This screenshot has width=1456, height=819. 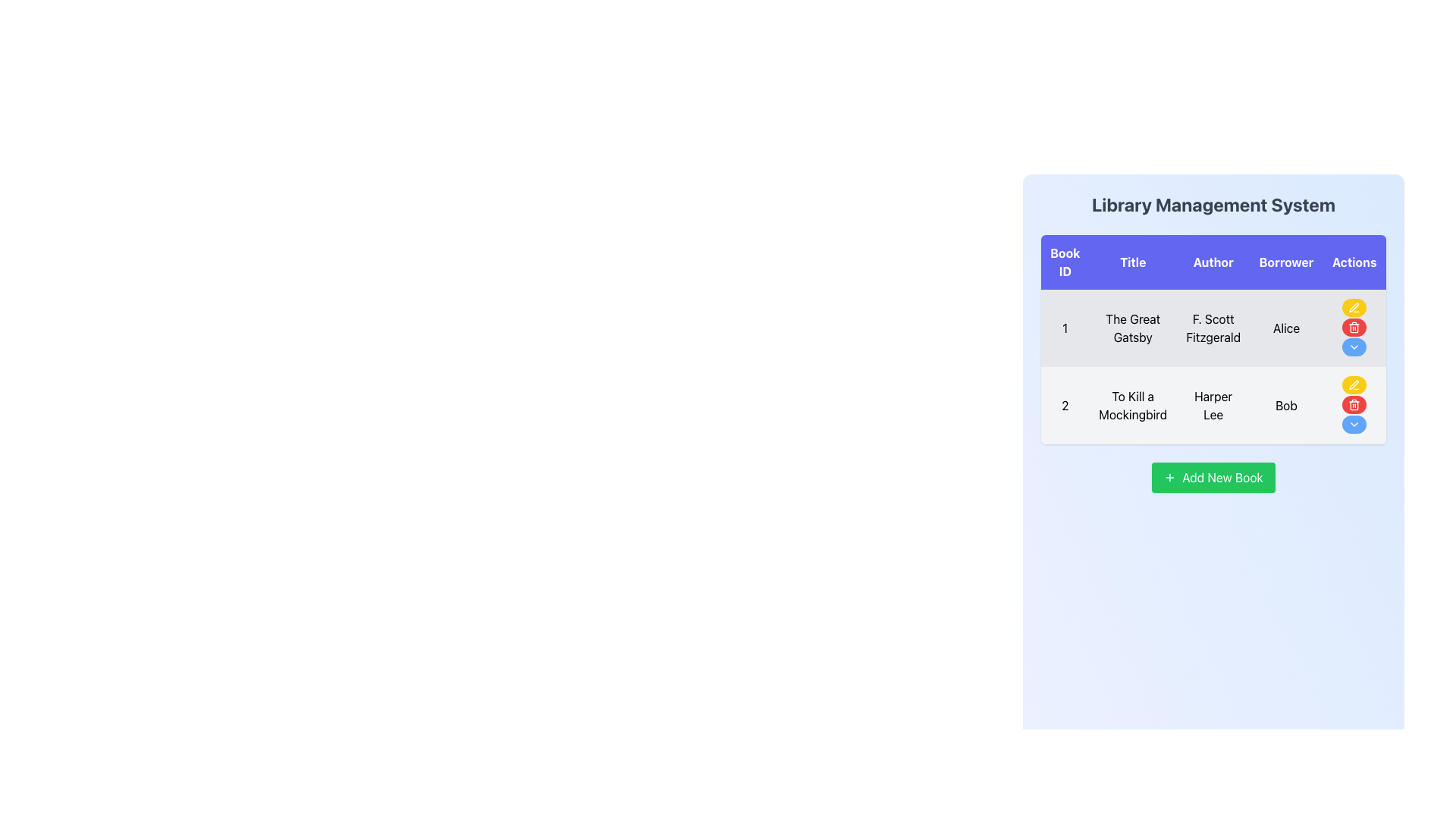 What do you see at coordinates (1285, 327) in the screenshot?
I see `the Text Display that shows the text 'Alice' in the 'Borrower' column of the table for the book 'The Great Gatsby'` at bounding box center [1285, 327].